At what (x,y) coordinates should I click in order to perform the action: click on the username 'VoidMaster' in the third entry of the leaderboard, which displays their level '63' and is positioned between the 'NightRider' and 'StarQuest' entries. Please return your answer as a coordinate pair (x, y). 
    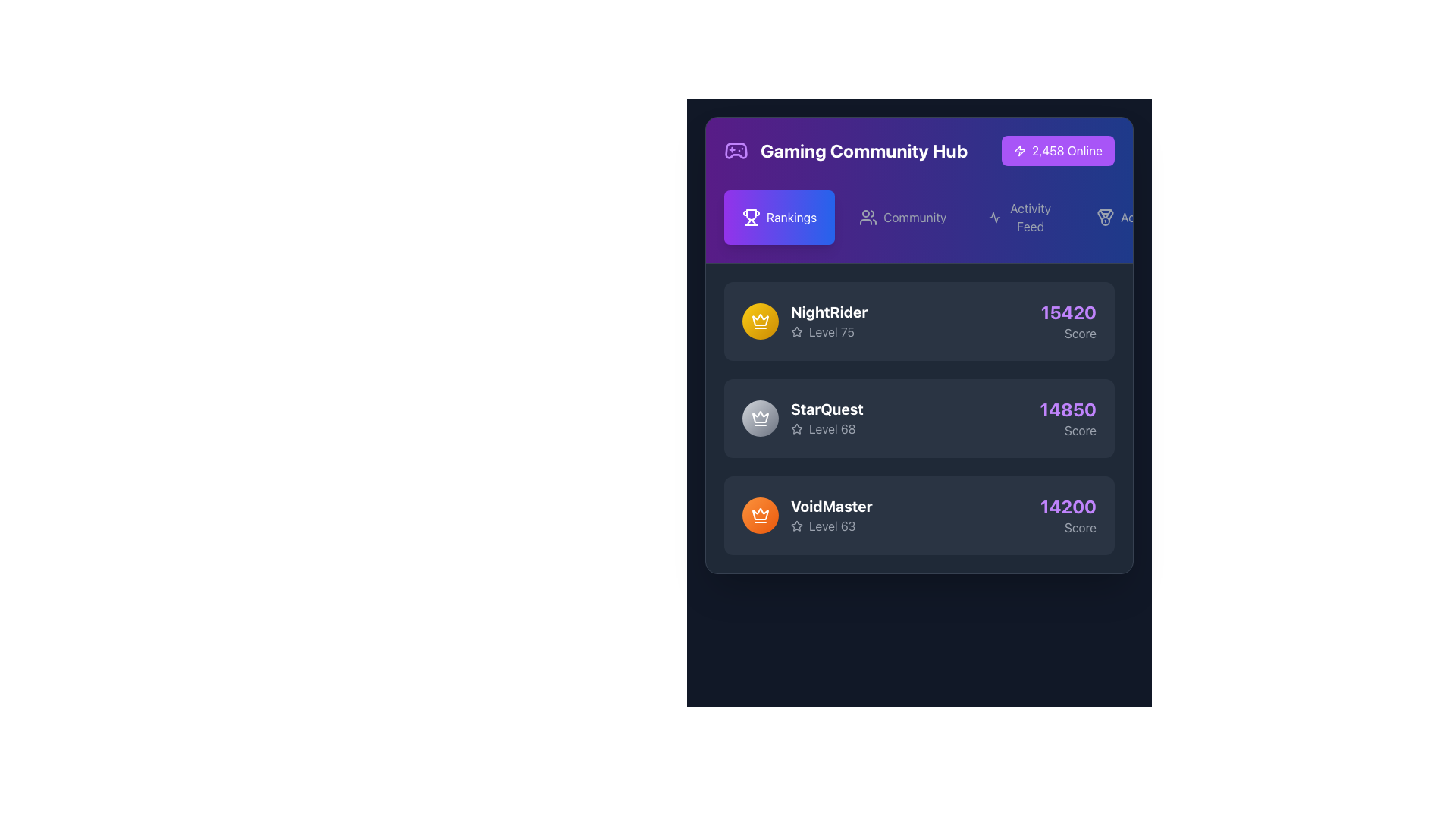
    Looking at the image, I should click on (806, 514).